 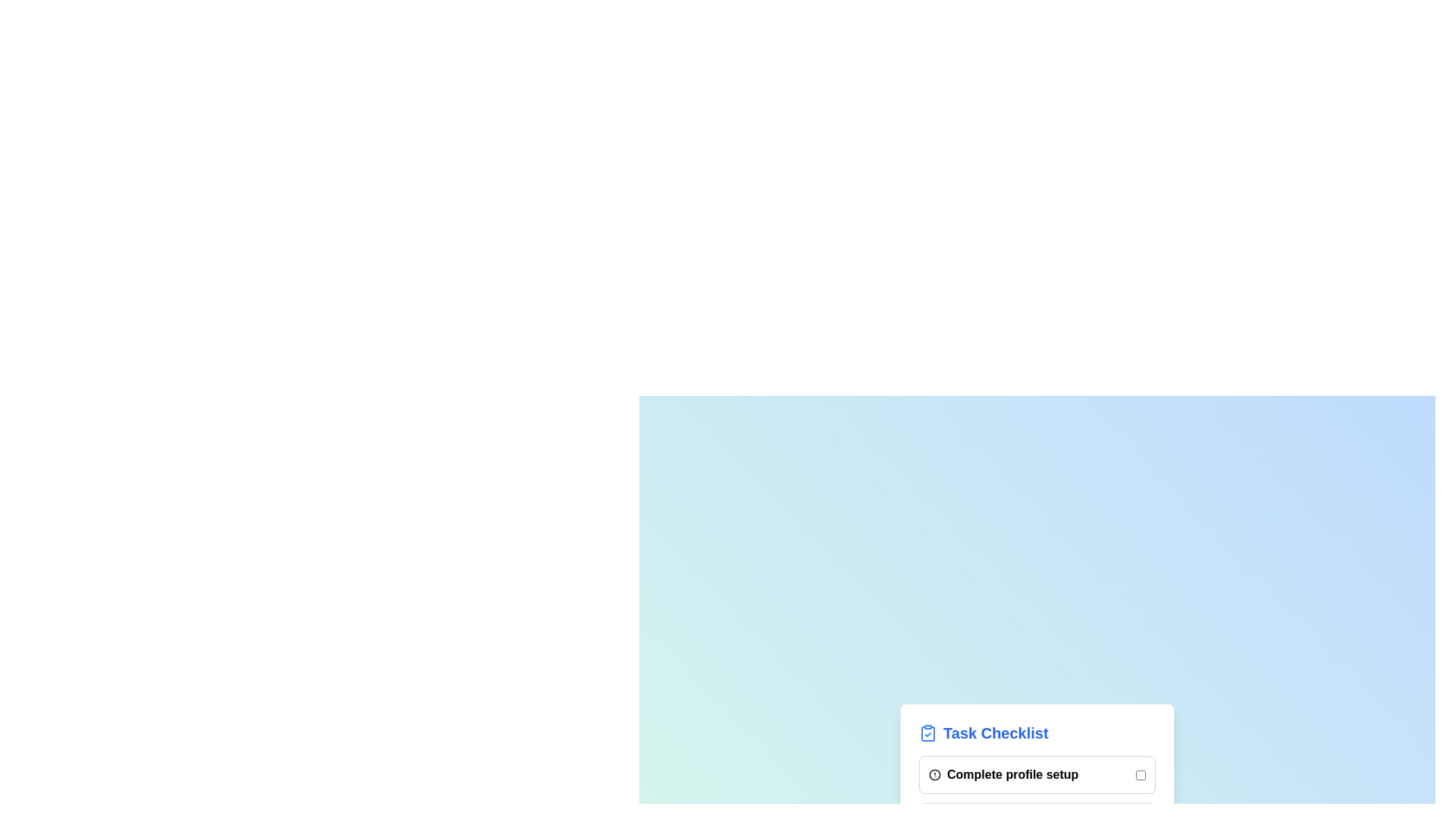 What do you see at coordinates (1037, 775) in the screenshot?
I see `the first Task item in the checklist, which contains an alert icon and a checkbox, labeled 'Complete profile setup'` at bounding box center [1037, 775].